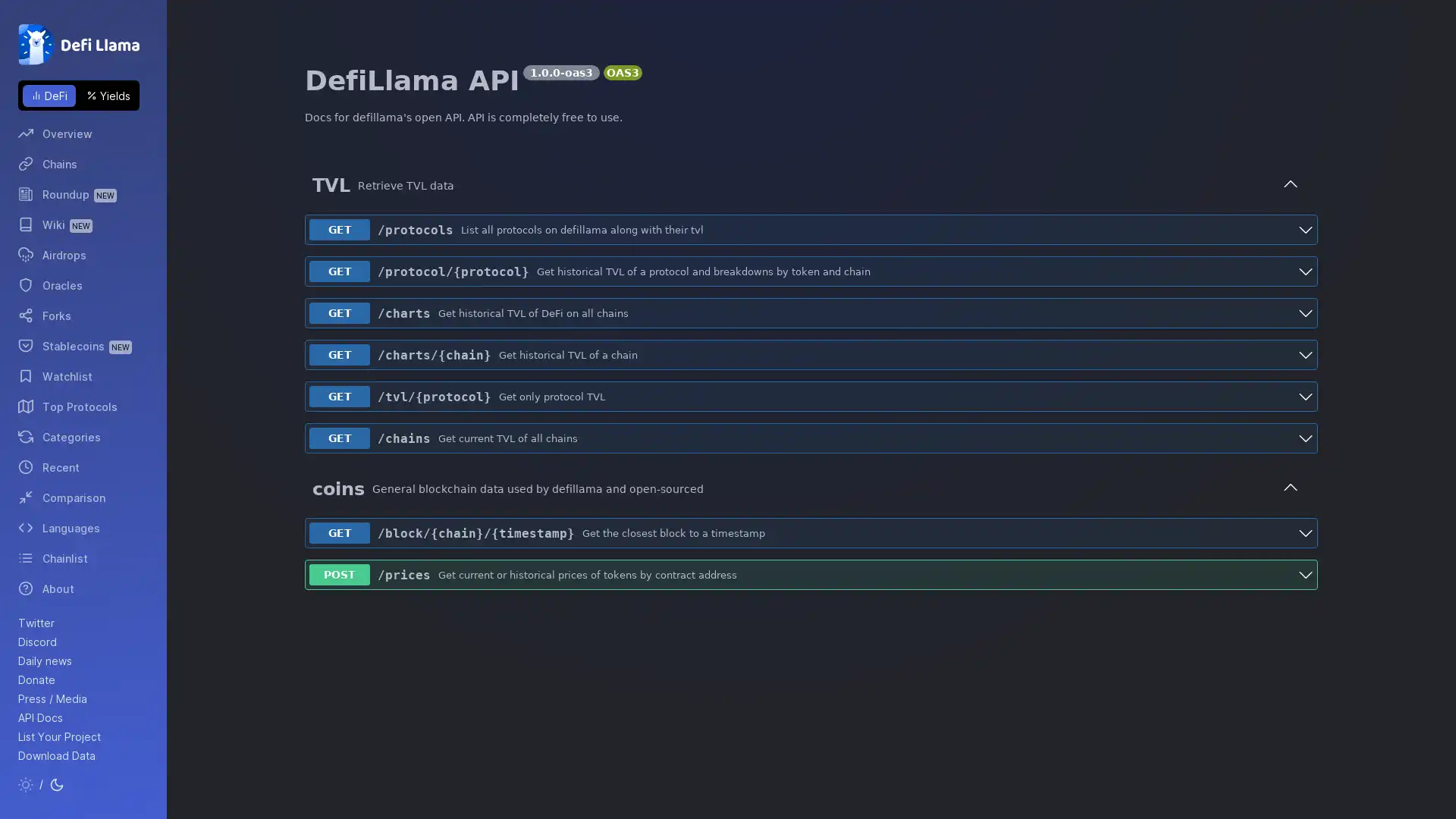 The height and width of the screenshot is (819, 1456). Describe the element at coordinates (811, 312) in the screenshot. I see `get /charts` at that location.